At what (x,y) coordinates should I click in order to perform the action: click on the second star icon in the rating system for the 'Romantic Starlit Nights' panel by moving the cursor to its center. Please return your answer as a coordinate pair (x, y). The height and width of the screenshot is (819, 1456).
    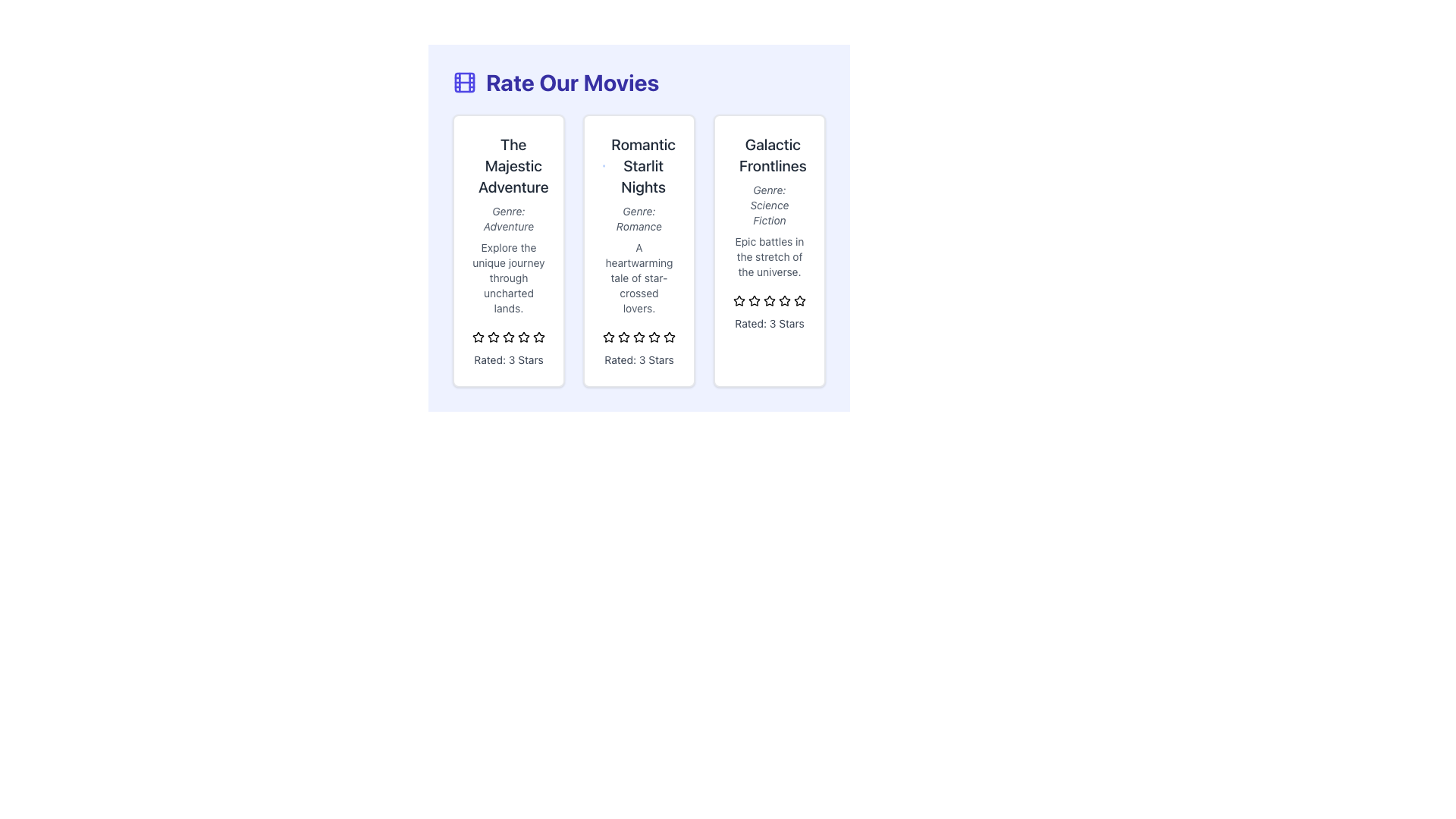
    Looking at the image, I should click on (608, 336).